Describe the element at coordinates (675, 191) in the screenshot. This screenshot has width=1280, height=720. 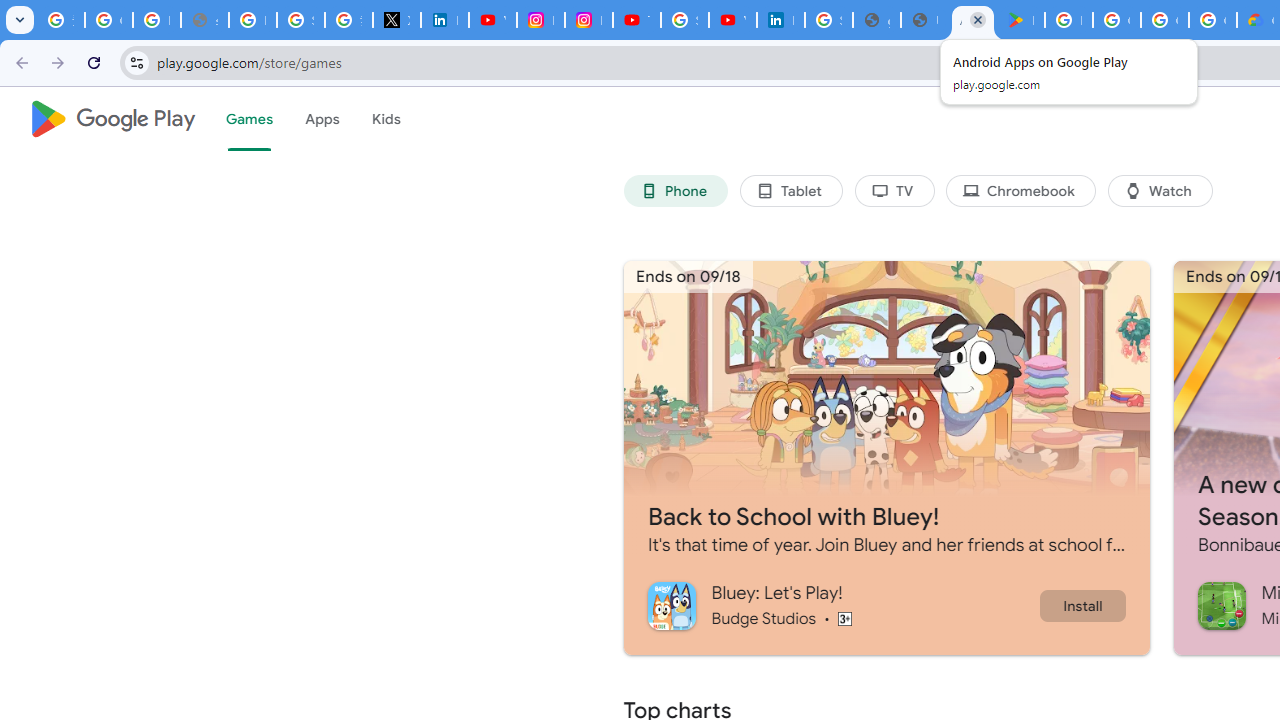
I see `'Phone'` at that location.